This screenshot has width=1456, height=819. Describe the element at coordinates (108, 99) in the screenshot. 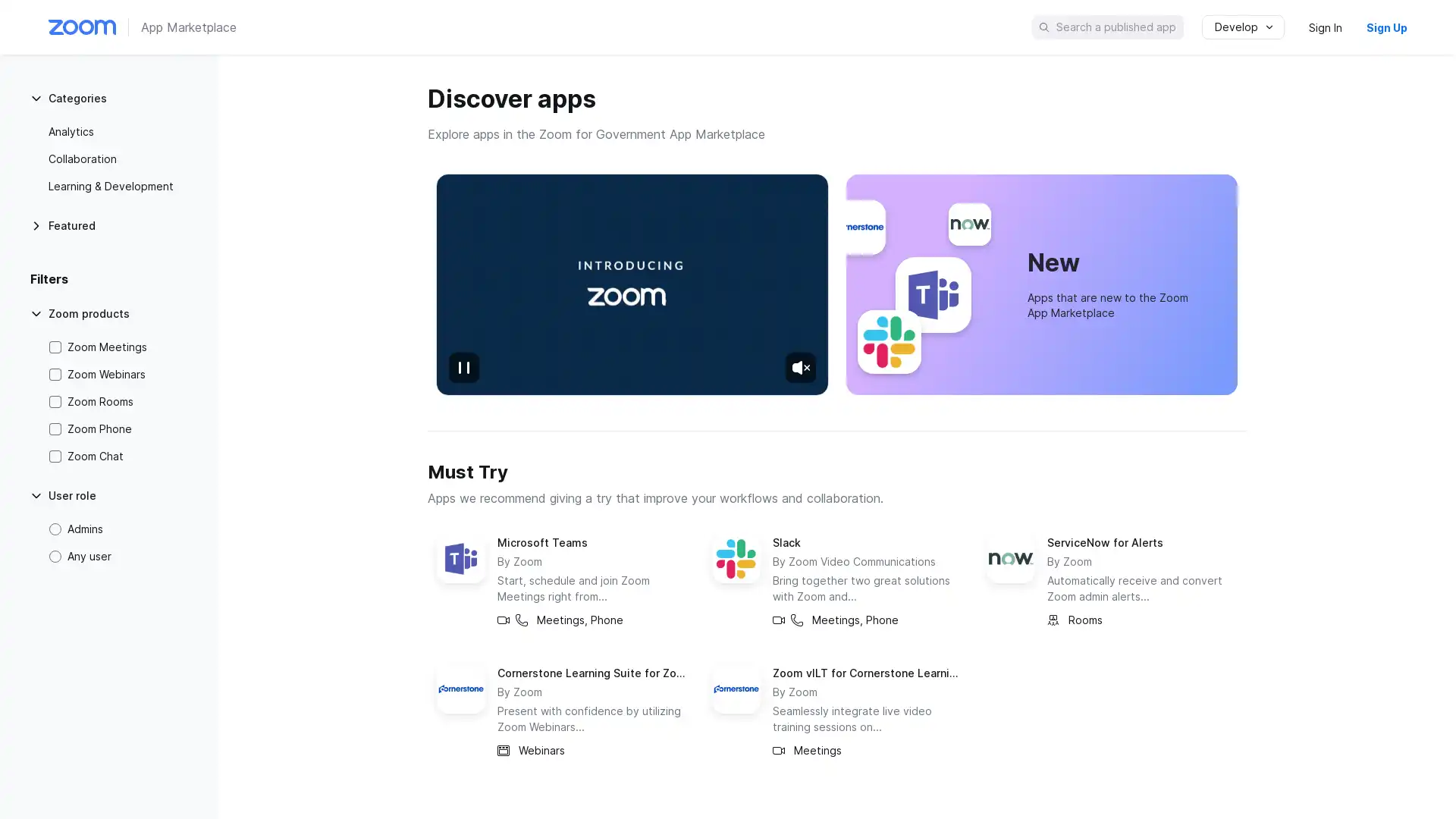

I see `Categories` at that location.